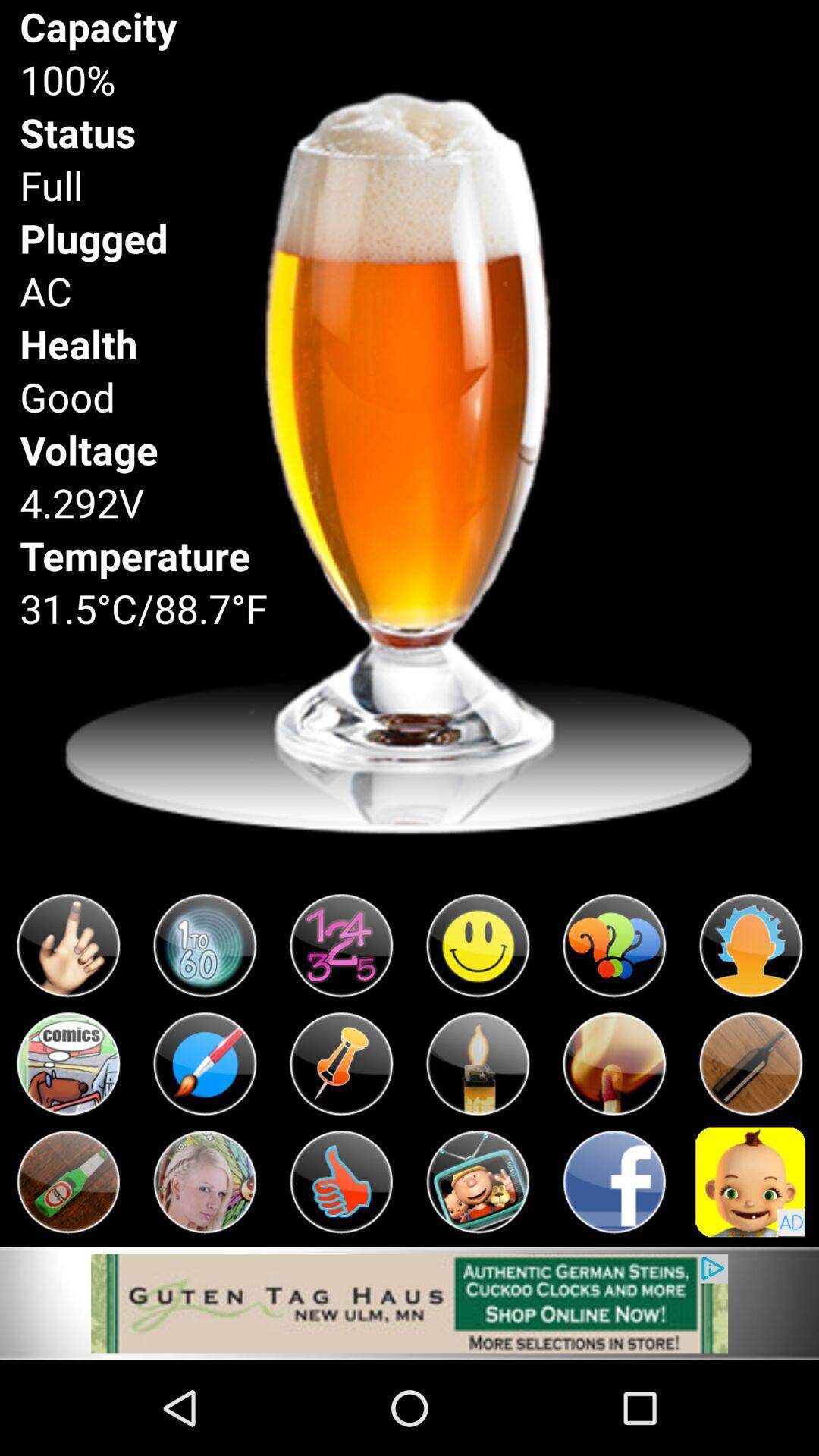 This screenshot has height=1456, width=819. What do you see at coordinates (614, 1012) in the screenshot?
I see `the help icon` at bounding box center [614, 1012].